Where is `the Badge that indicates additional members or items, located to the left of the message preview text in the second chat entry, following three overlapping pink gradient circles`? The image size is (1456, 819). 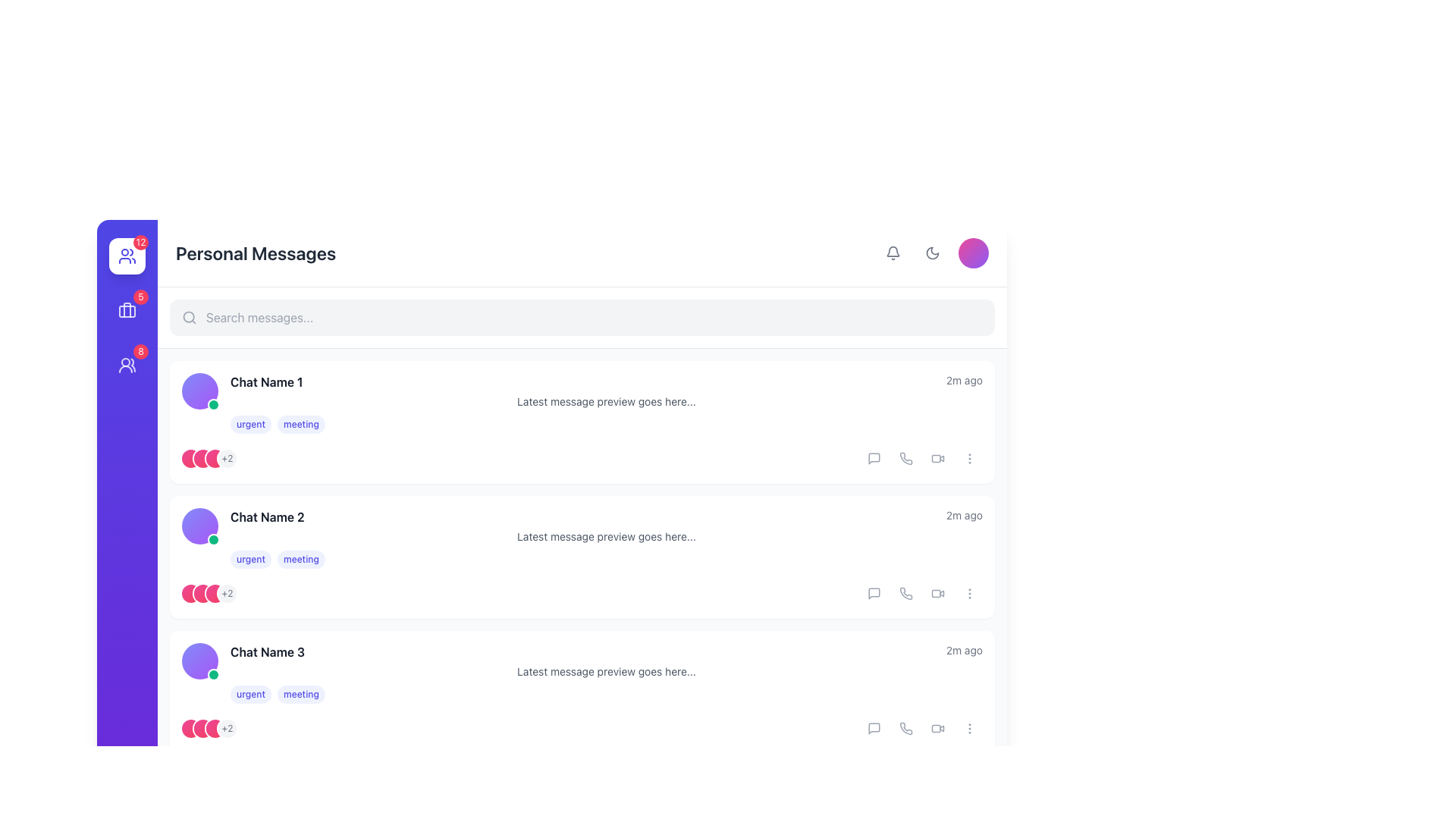 the Badge that indicates additional members or items, located to the left of the message preview text in the second chat entry, following three overlapping pink gradient circles is located at coordinates (208, 593).